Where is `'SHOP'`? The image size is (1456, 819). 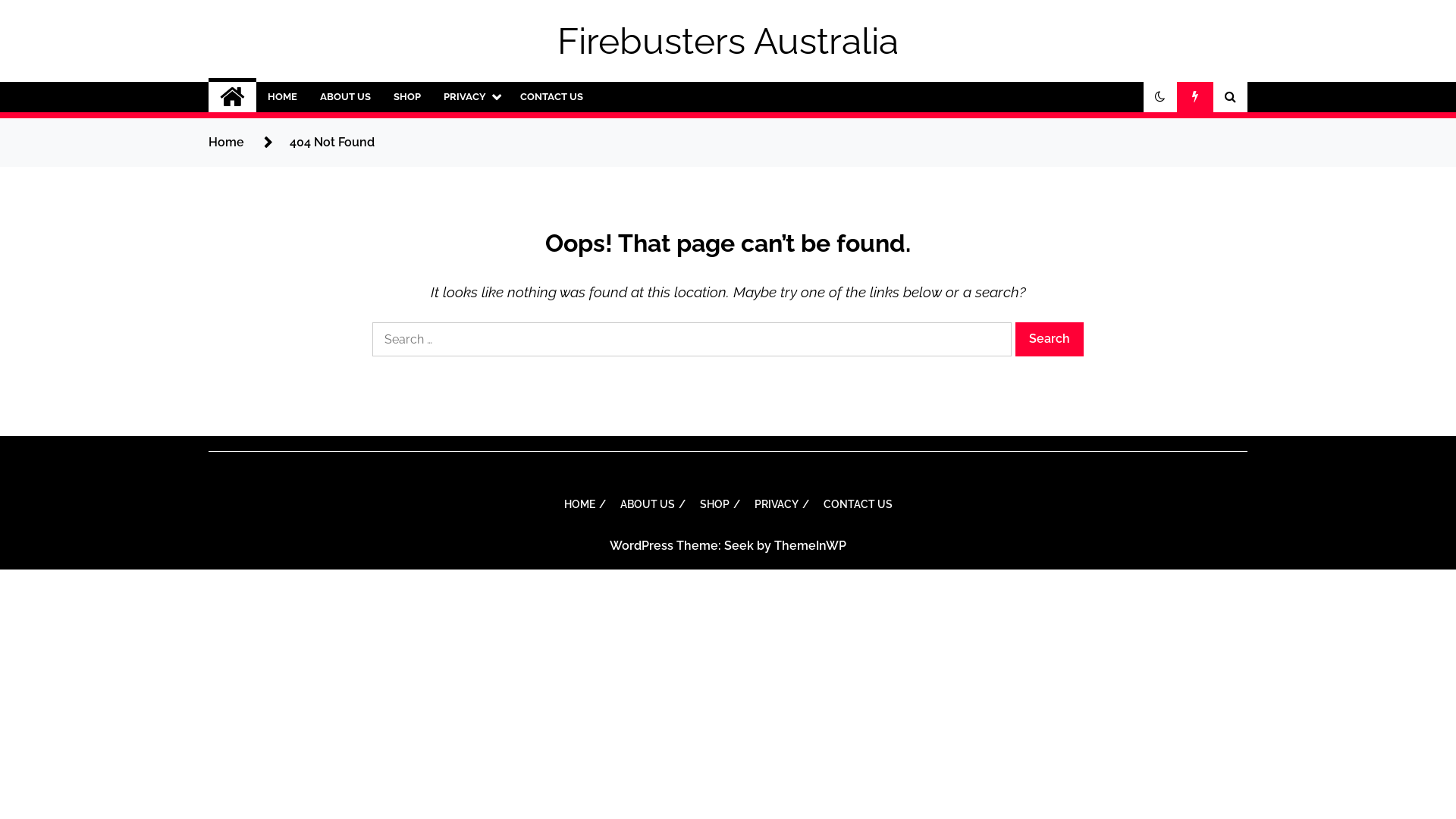 'SHOP' is located at coordinates (407, 96).